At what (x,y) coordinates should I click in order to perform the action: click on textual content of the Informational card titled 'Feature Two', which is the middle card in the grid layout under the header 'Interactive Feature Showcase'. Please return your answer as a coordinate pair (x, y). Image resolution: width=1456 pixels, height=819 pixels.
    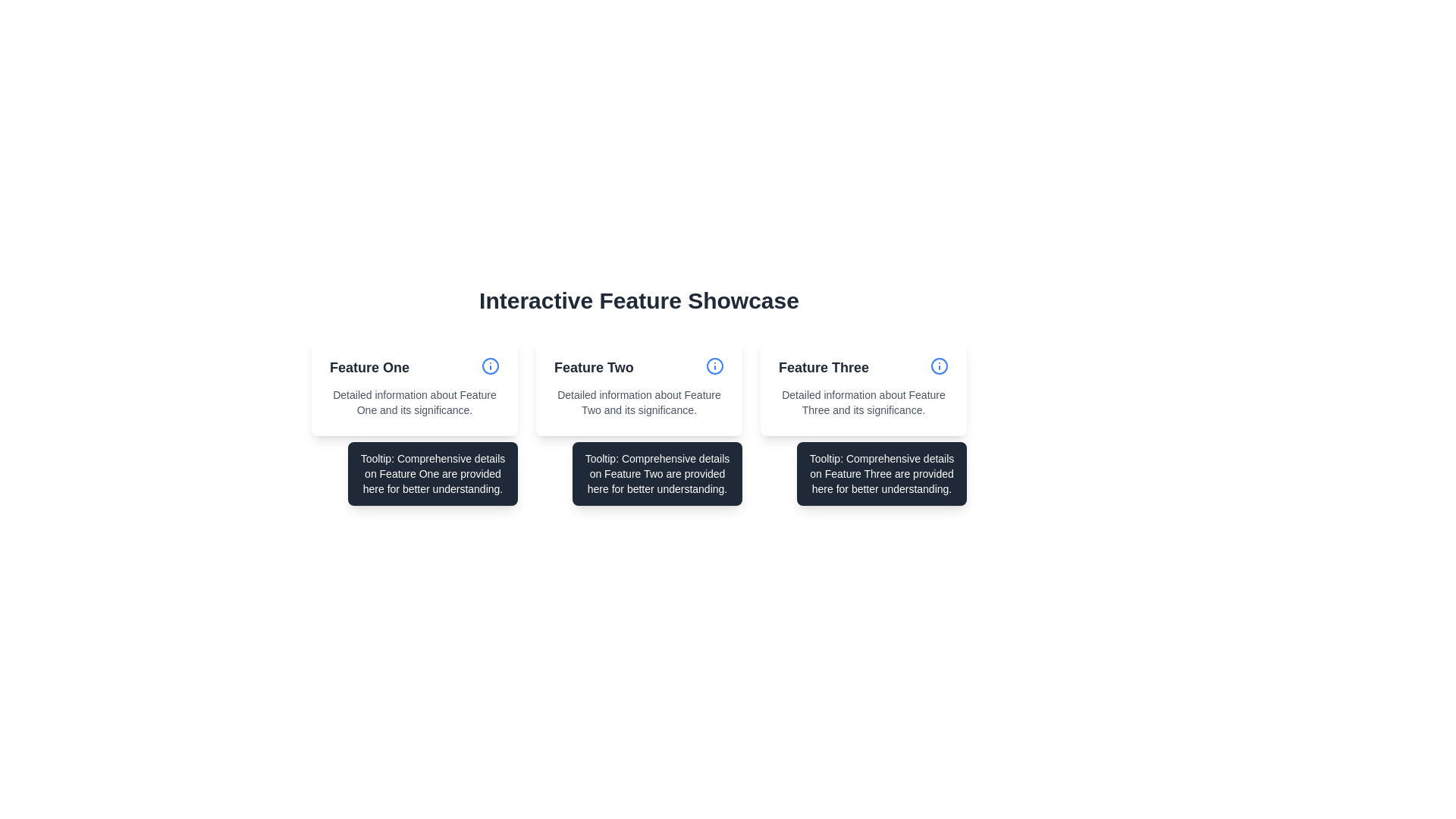
    Looking at the image, I should click on (639, 386).